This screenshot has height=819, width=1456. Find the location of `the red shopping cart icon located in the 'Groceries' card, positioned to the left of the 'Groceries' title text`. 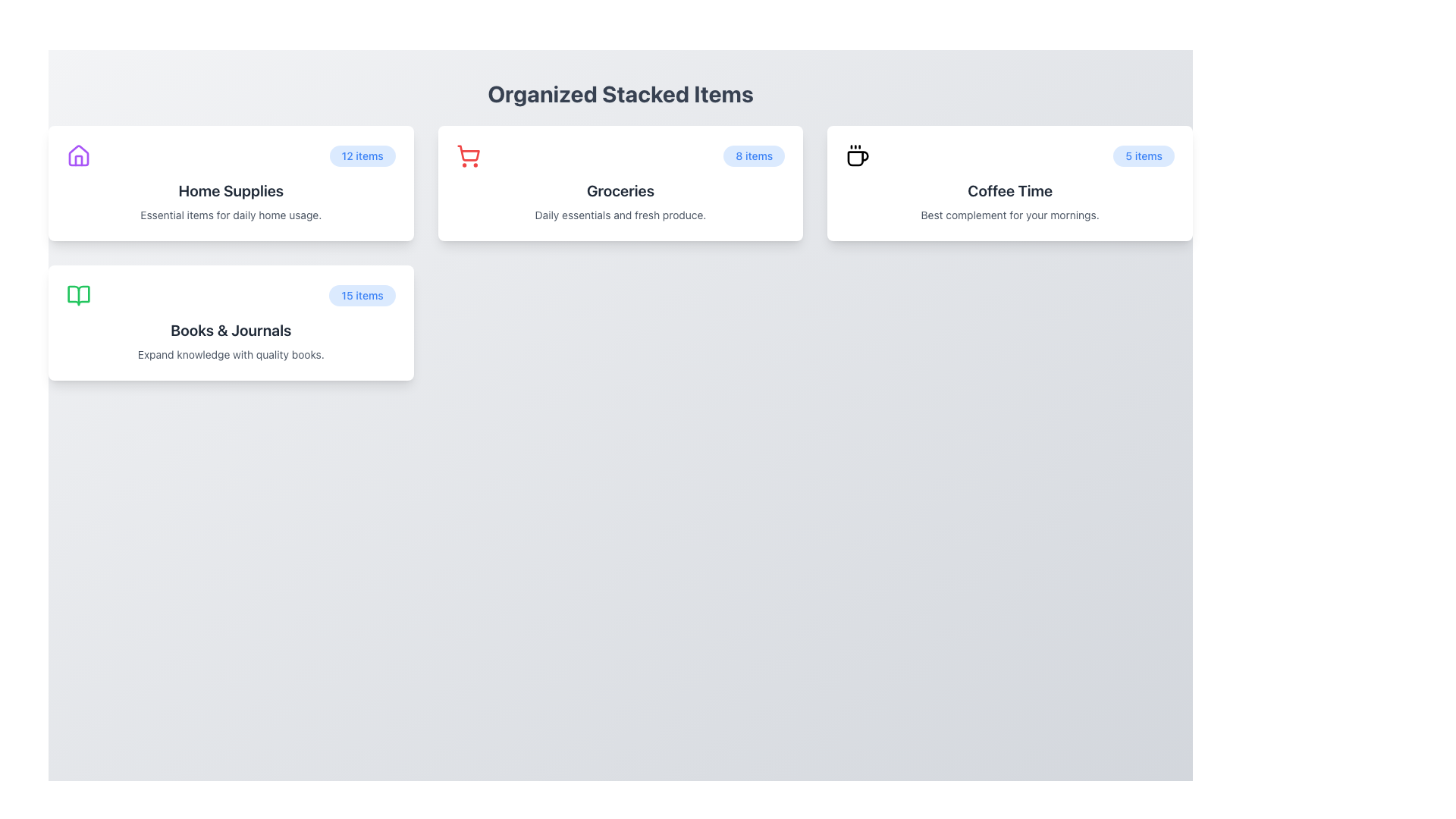

the red shopping cart icon located in the 'Groceries' card, positioned to the left of the 'Groceries' title text is located at coordinates (467, 155).